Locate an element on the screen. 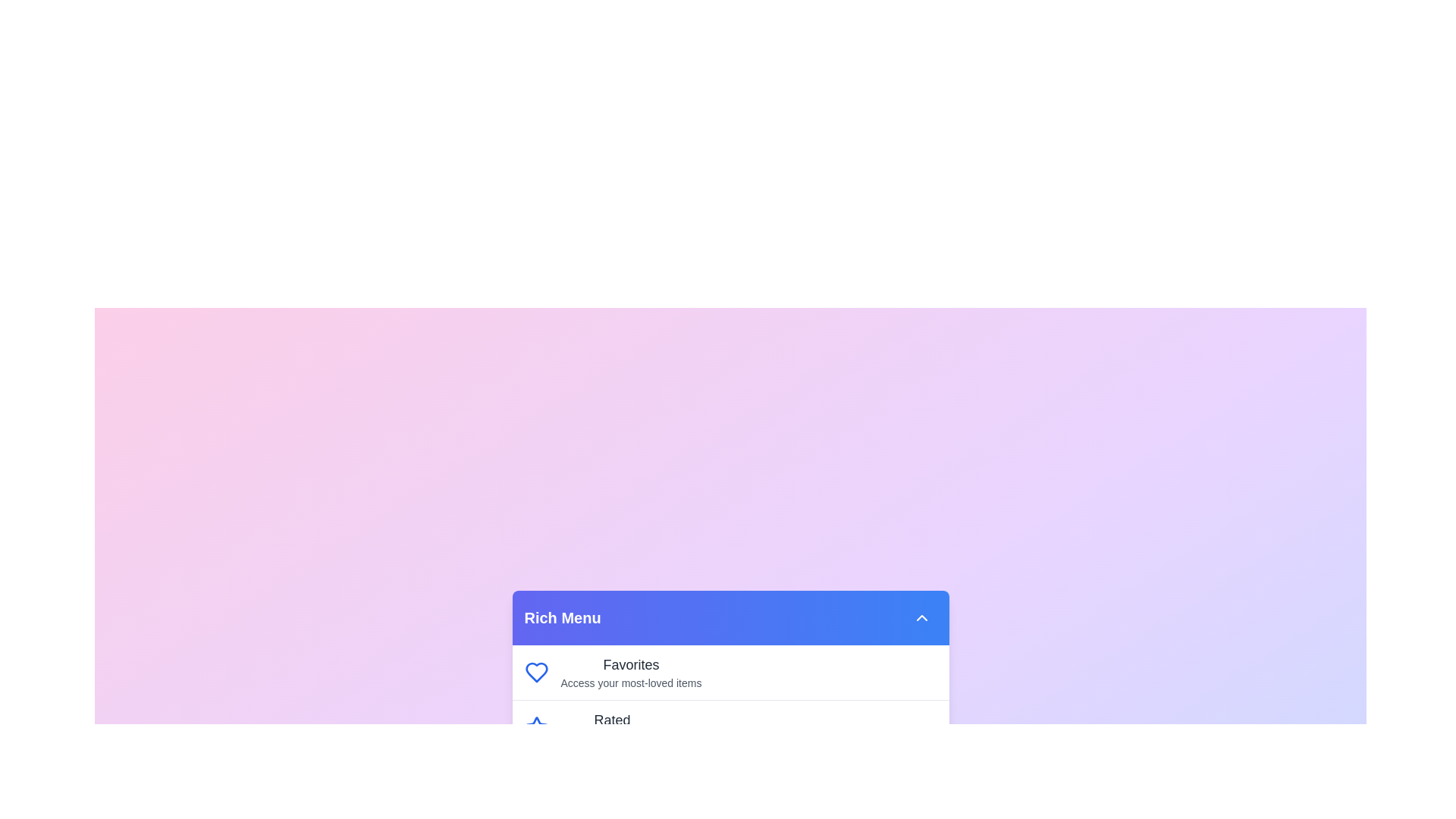 Image resolution: width=1456 pixels, height=819 pixels. the menu item labeled Rated by clicking on it is located at coordinates (612, 727).